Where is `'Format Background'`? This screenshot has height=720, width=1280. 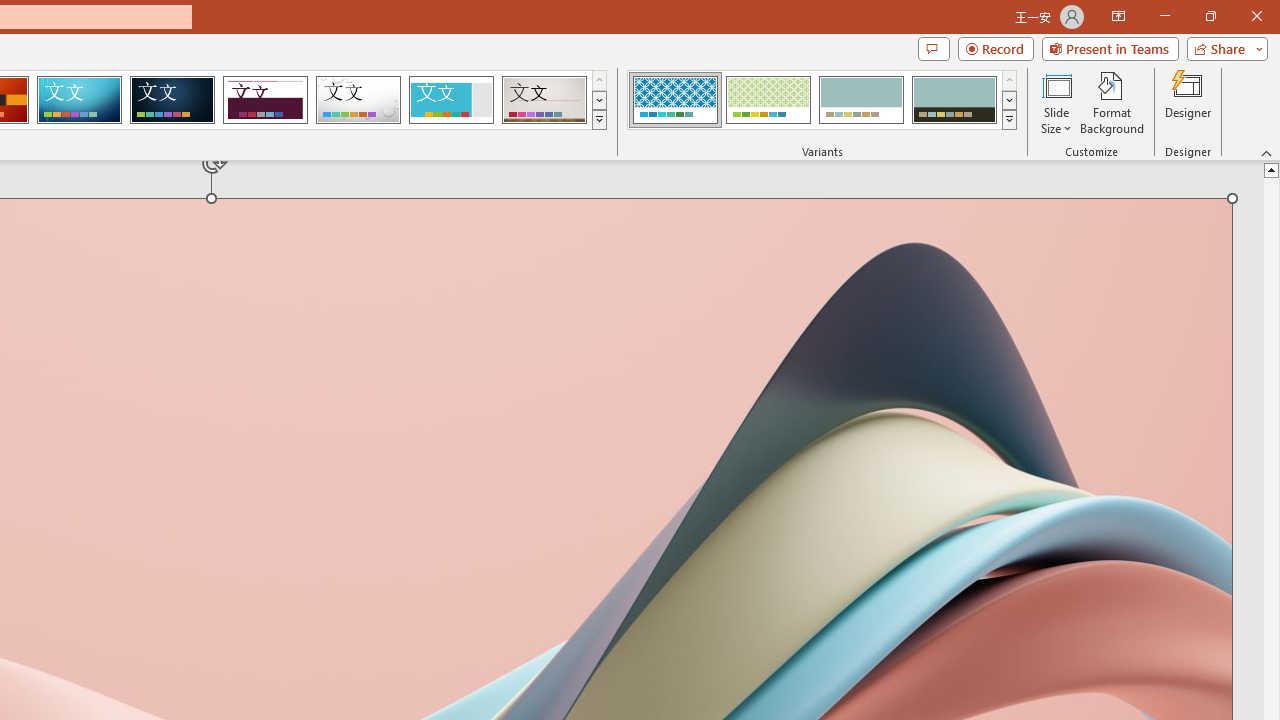 'Format Background' is located at coordinates (1111, 103).